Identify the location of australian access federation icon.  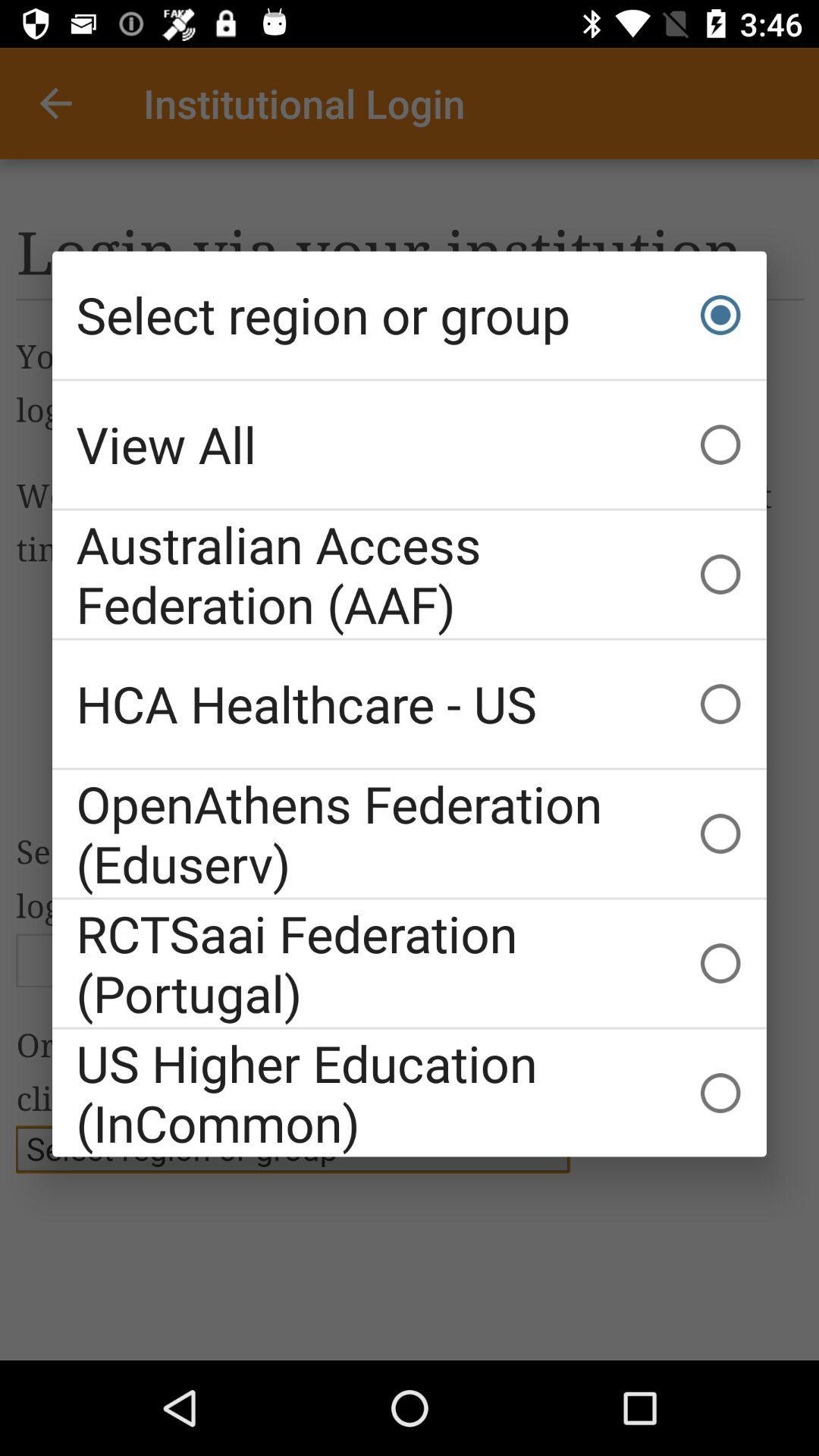
(409, 573).